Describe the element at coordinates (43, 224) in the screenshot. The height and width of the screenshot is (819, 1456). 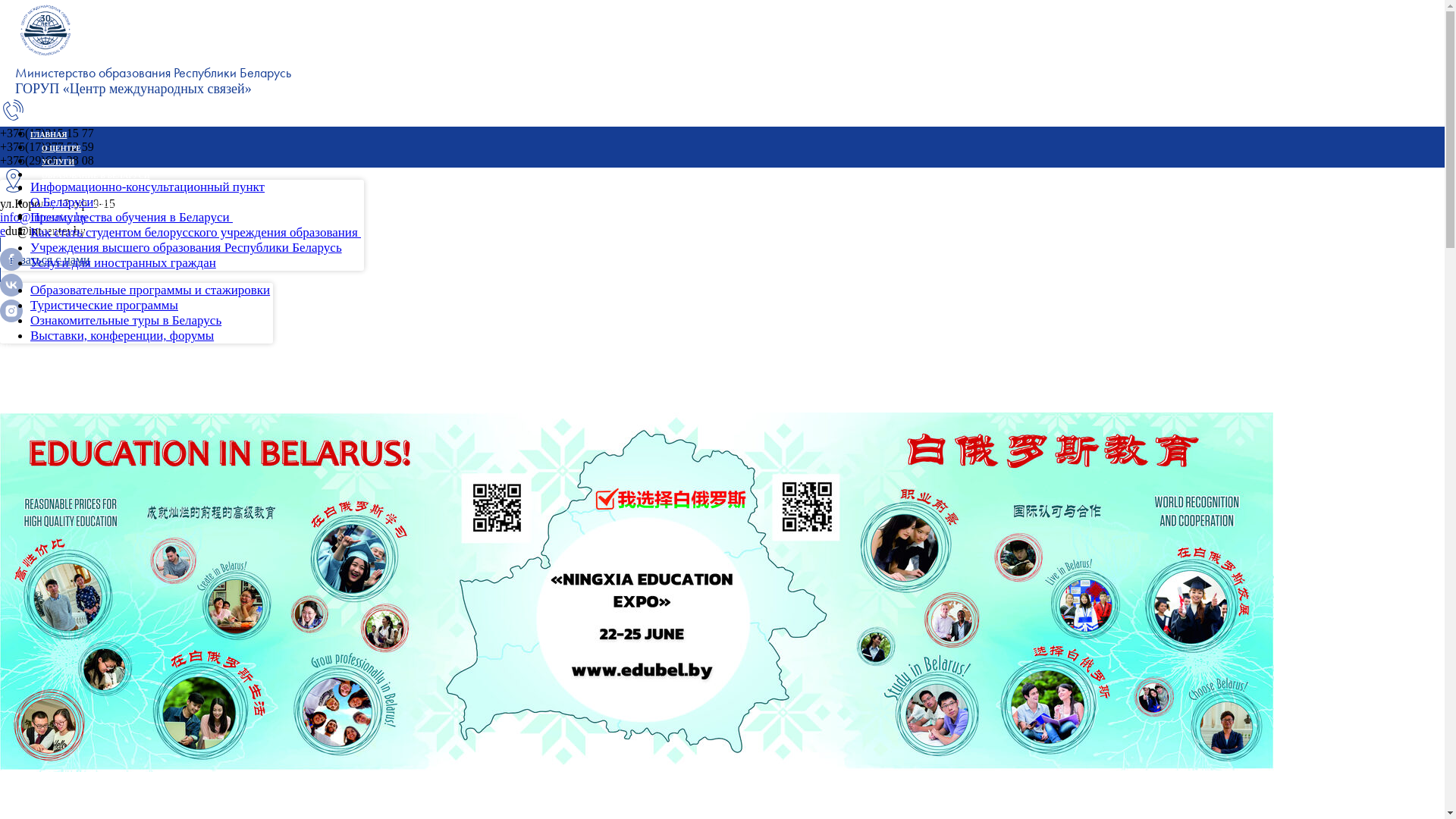
I see `'info@intcenter.by` at that location.